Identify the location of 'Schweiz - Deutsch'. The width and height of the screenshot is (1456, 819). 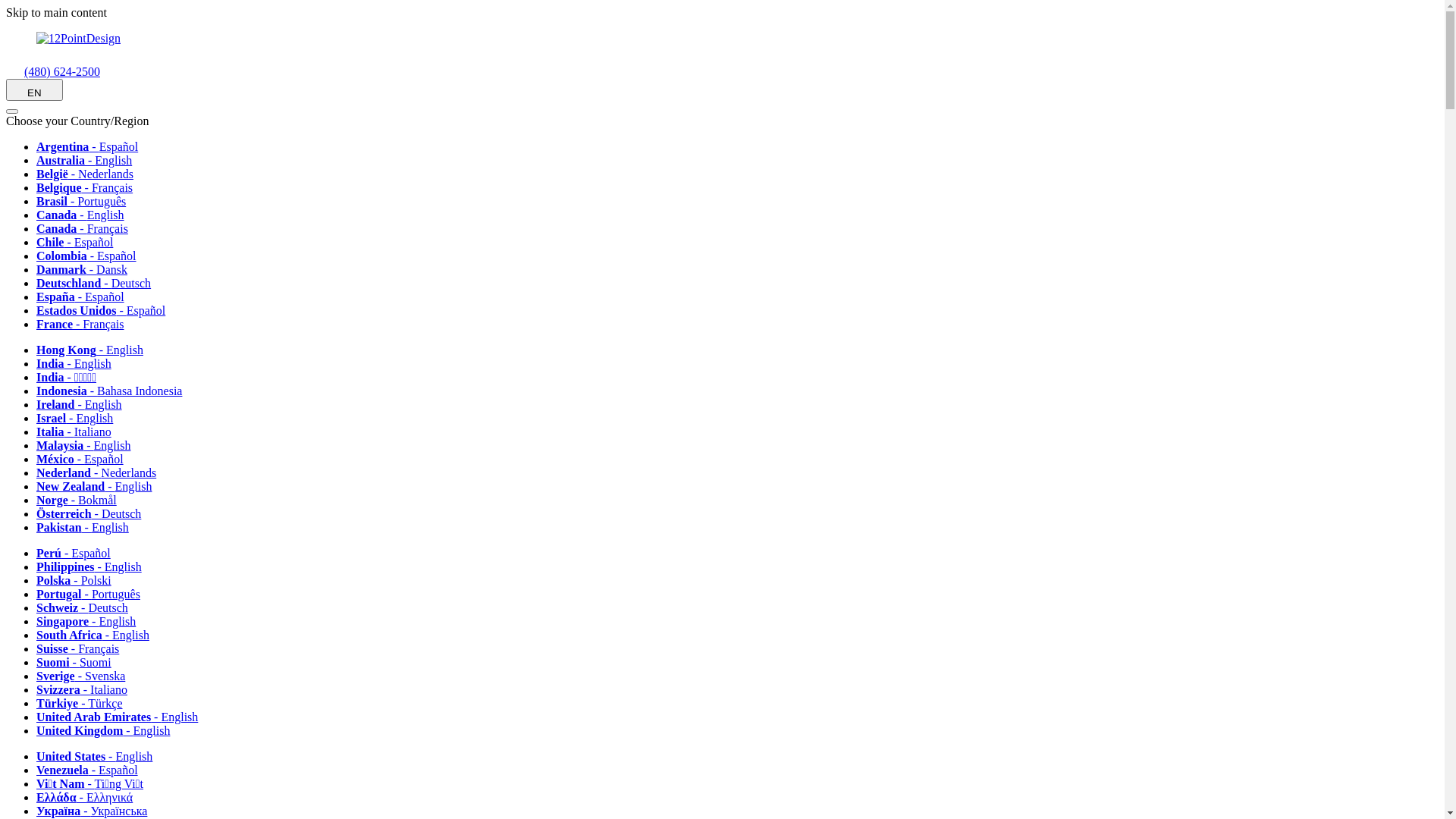
(36, 607).